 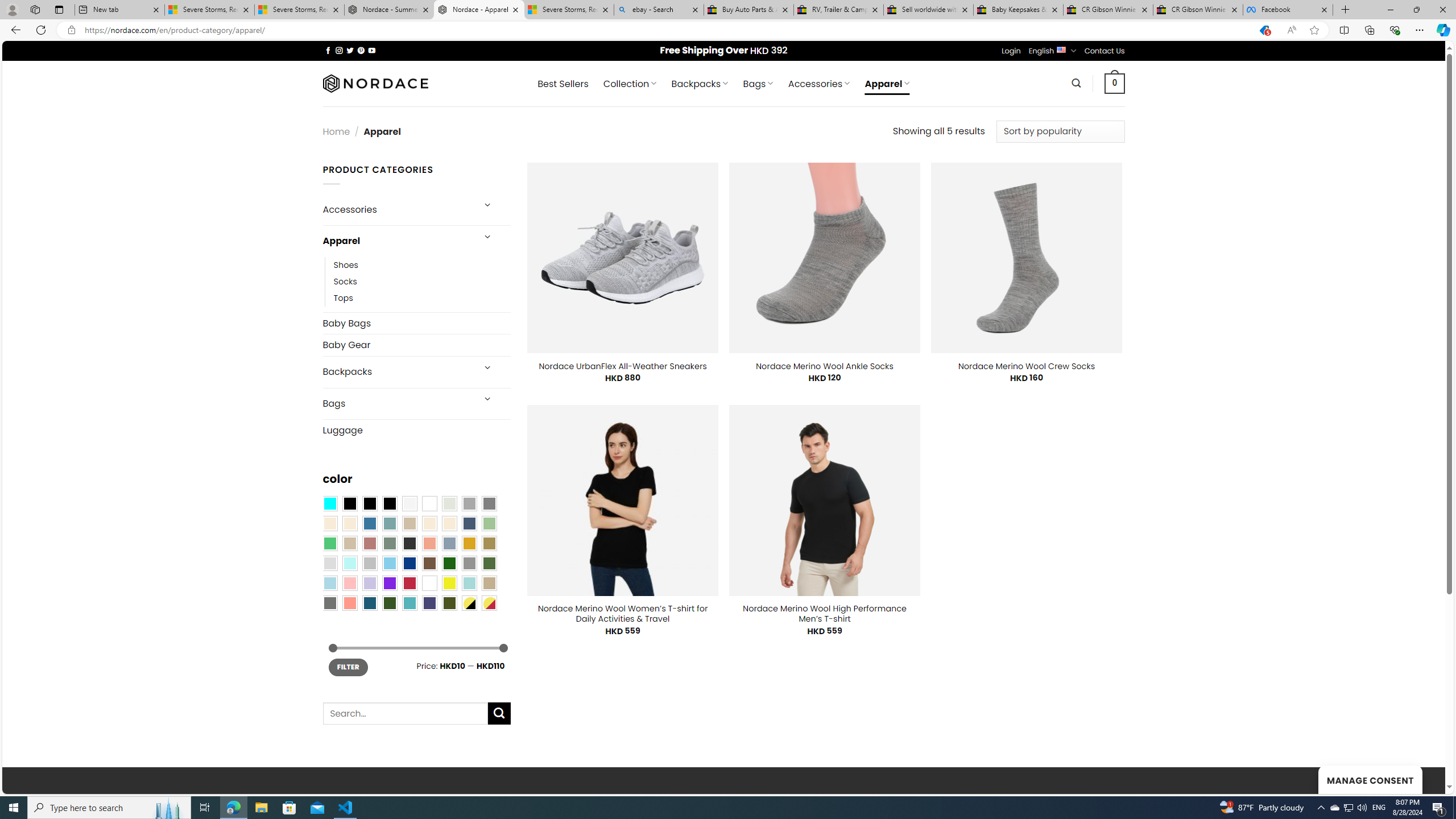 What do you see at coordinates (429, 562) in the screenshot?
I see `'Brown'` at bounding box center [429, 562].